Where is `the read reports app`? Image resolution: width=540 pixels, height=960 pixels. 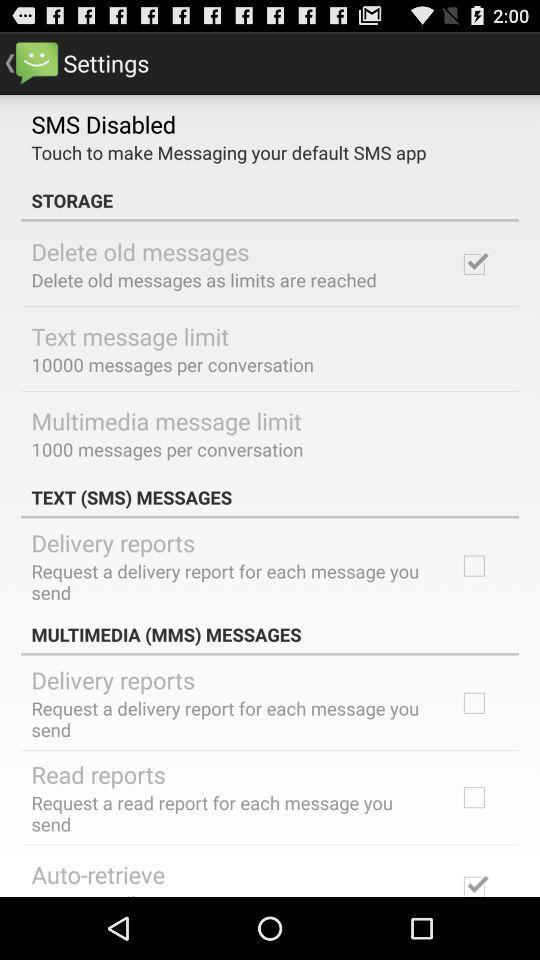
the read reports app is located at coordinates (97, 773).